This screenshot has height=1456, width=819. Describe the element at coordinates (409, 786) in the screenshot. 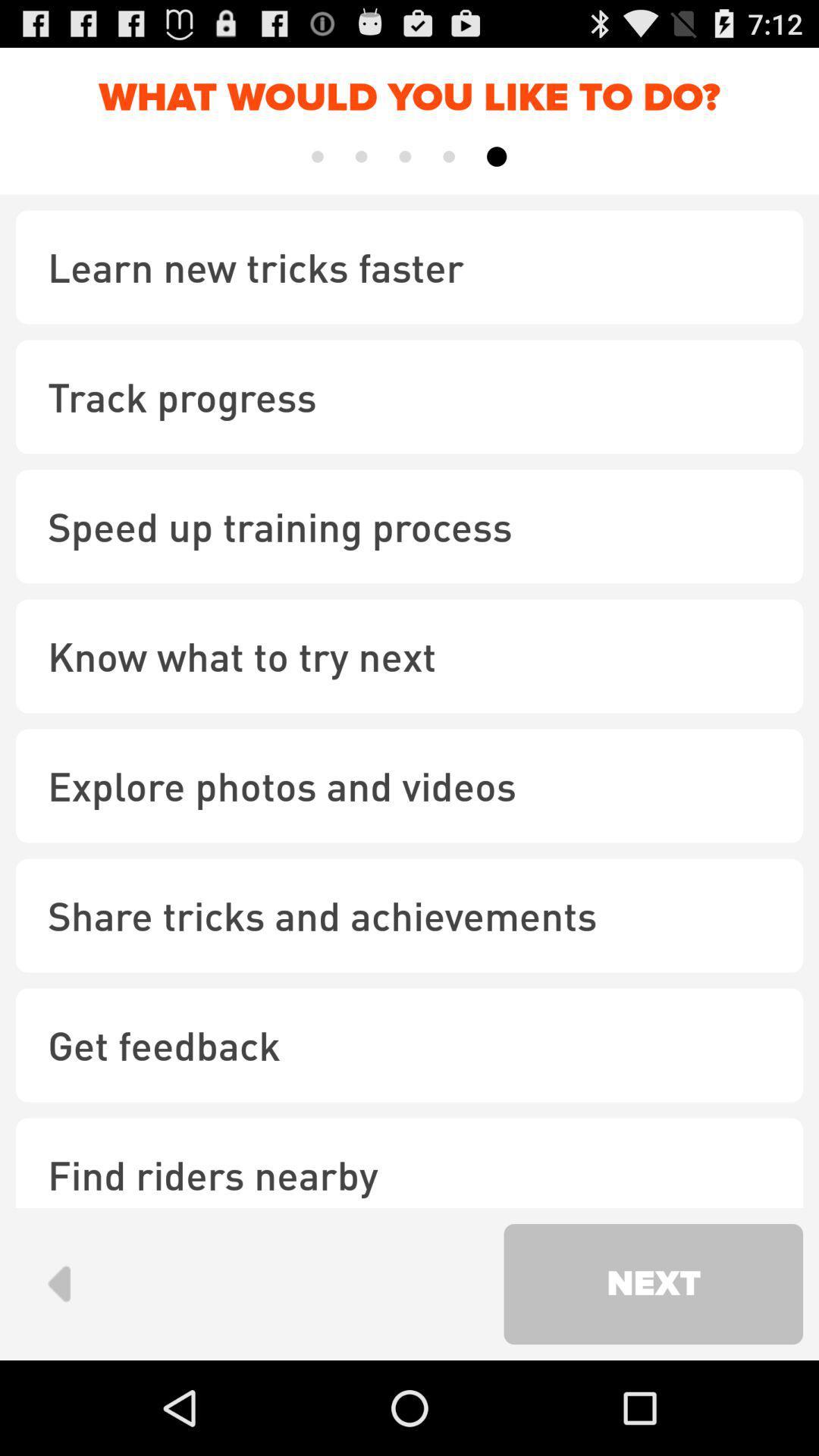

I see `the item below the know what to checkbox` at that location.